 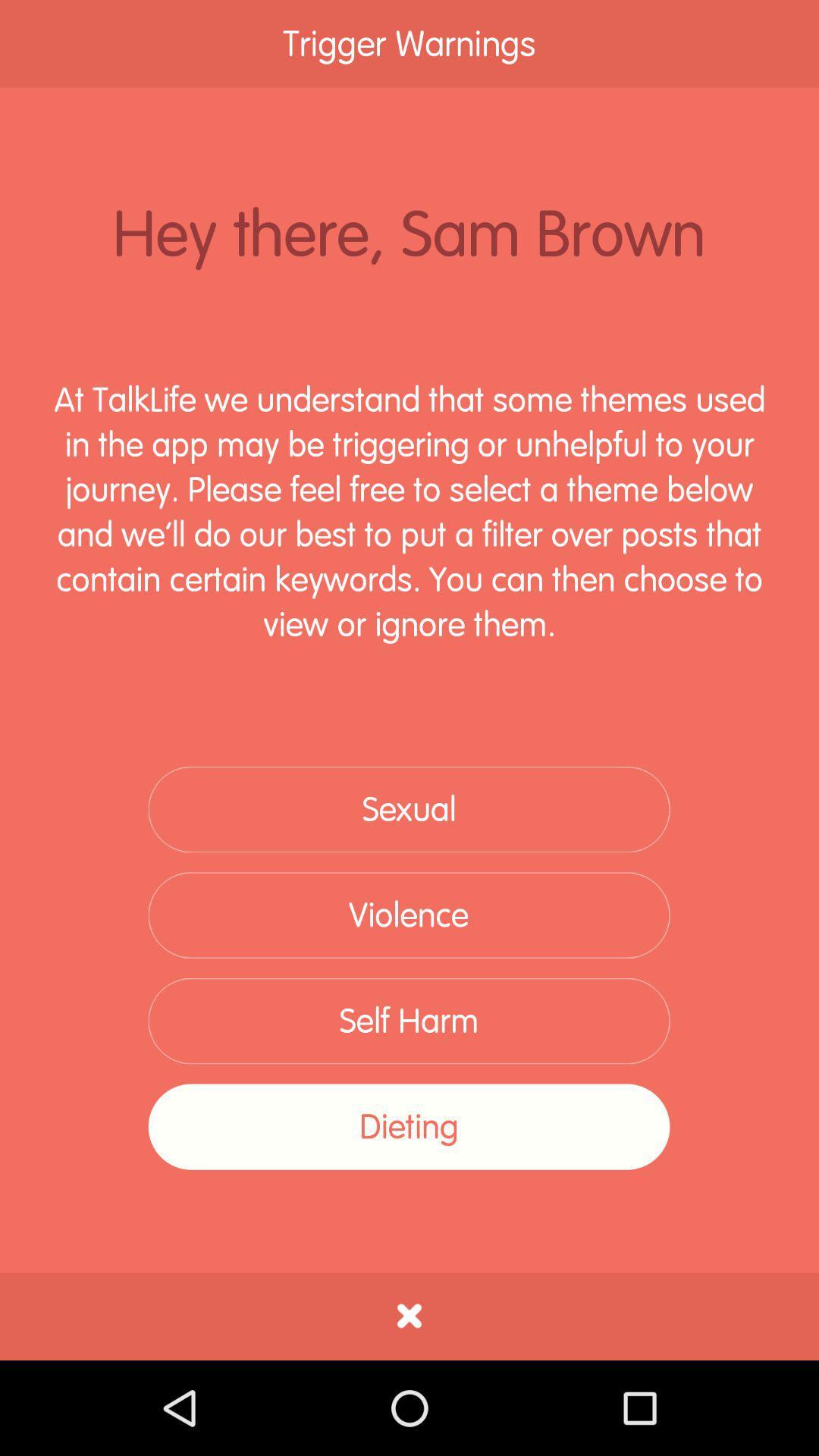 What do you see at coordinates (408, 1127) in the screenshot?
I see `icon below the self harm item` at bounding box center [408, 1127].